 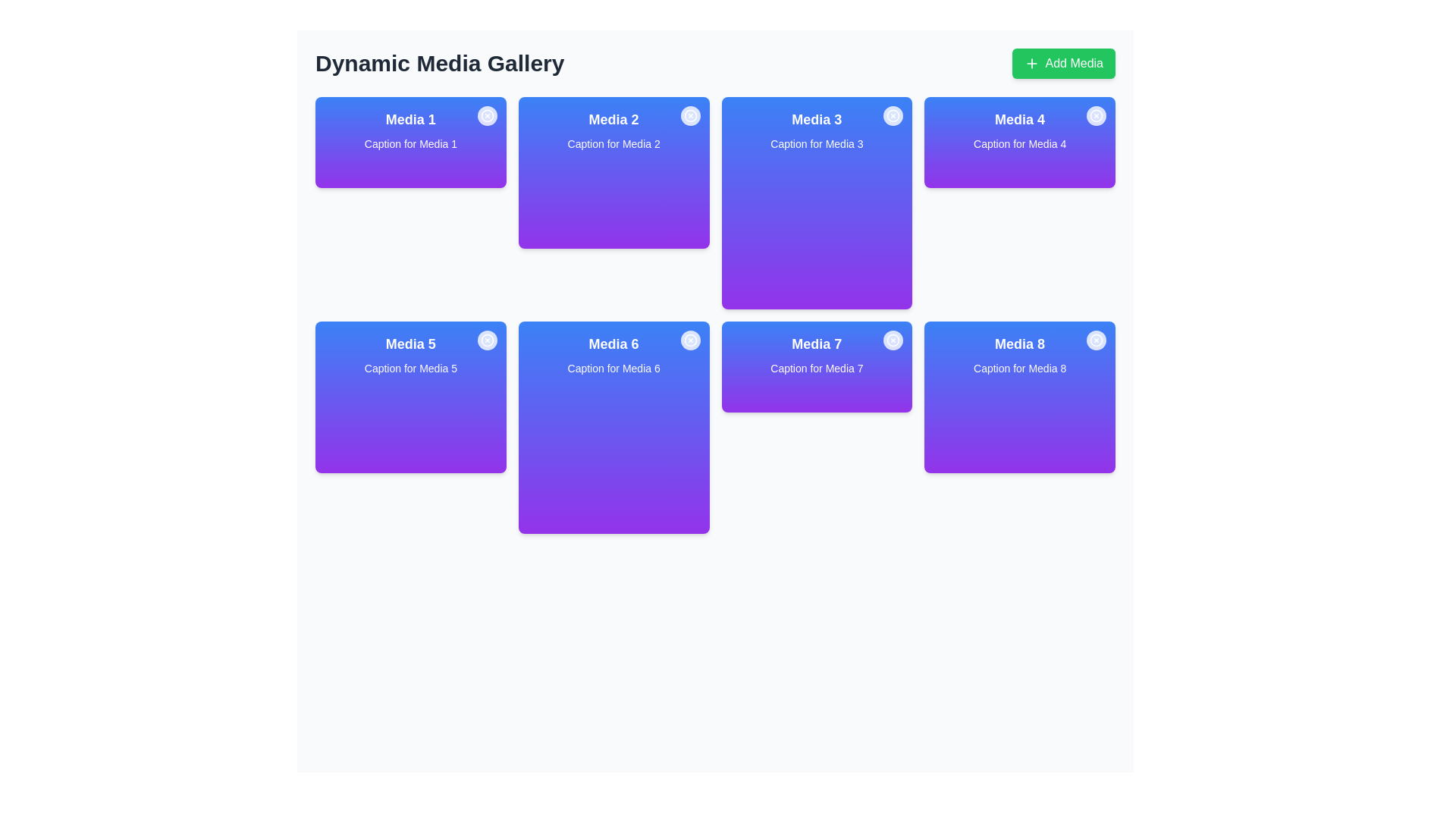 What do you see at coordinates (613, 171) in the screenshot?
I see `the Media display card located in the top center section of the interface` at bounding box center [613, 171].